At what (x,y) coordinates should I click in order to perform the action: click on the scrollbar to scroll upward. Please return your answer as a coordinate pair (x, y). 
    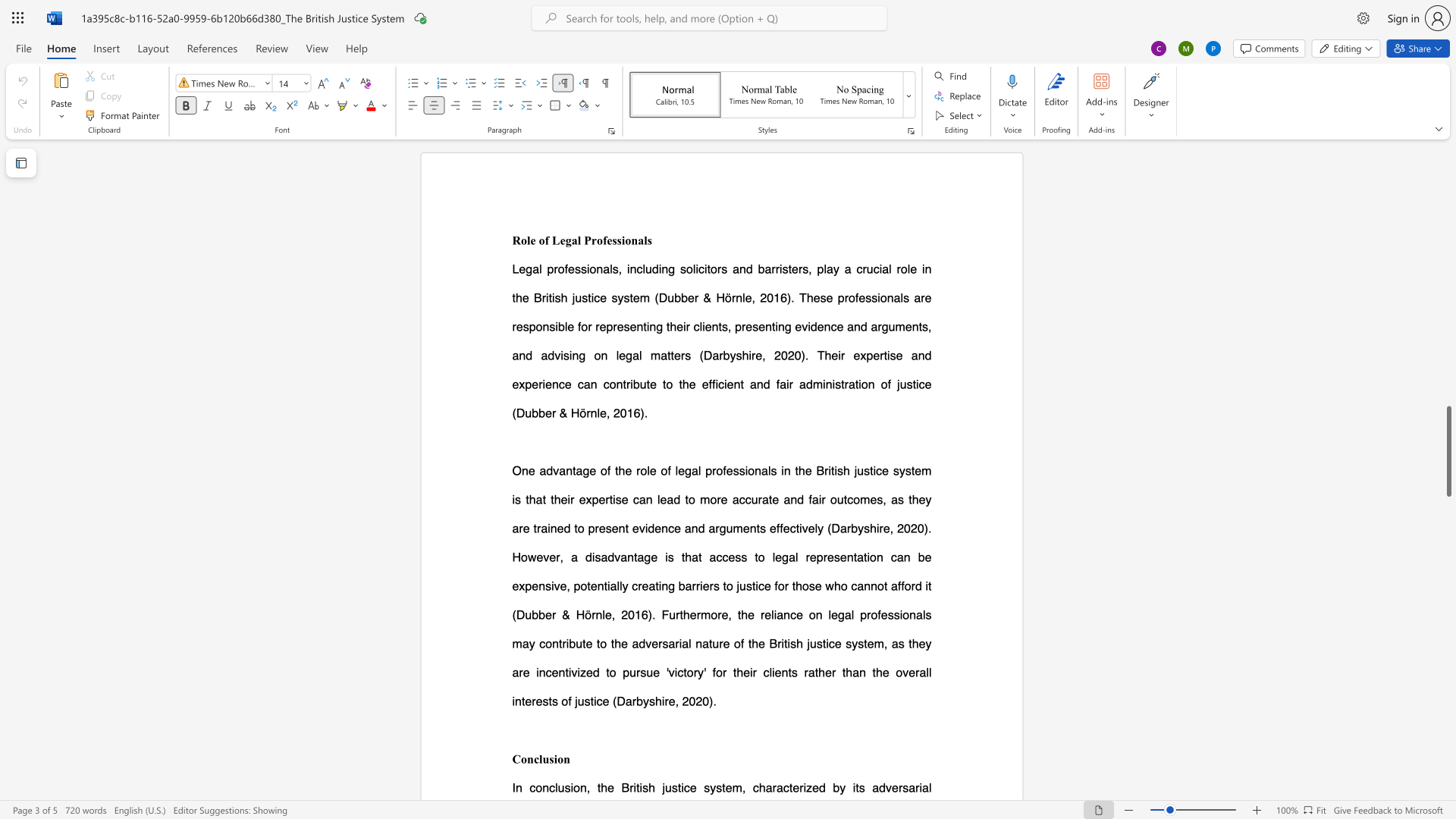
    Looking at the image, I should click on (1448, 318).